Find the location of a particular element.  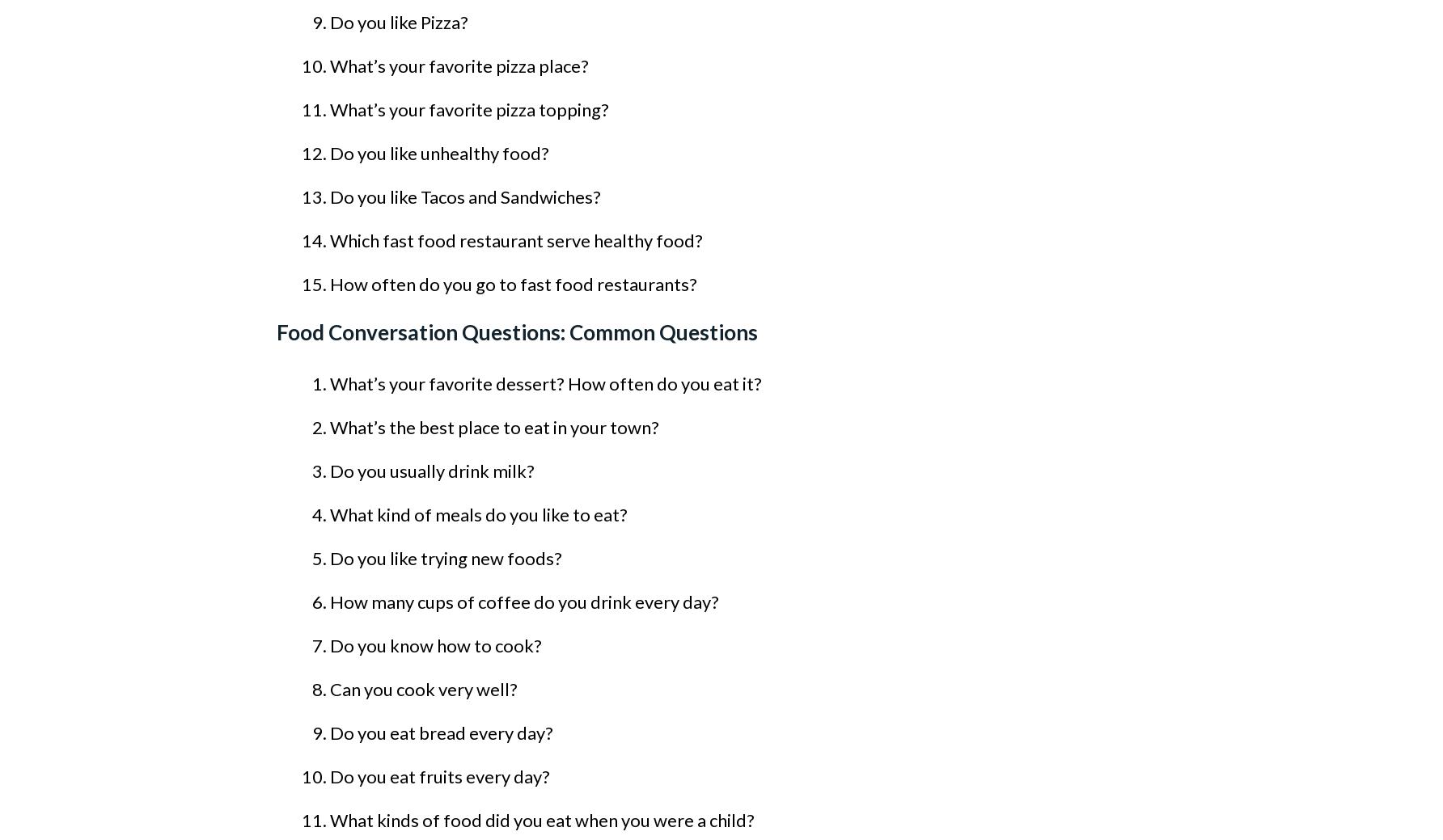

'Can you cook very well?' is located at coordinates (329, 688).